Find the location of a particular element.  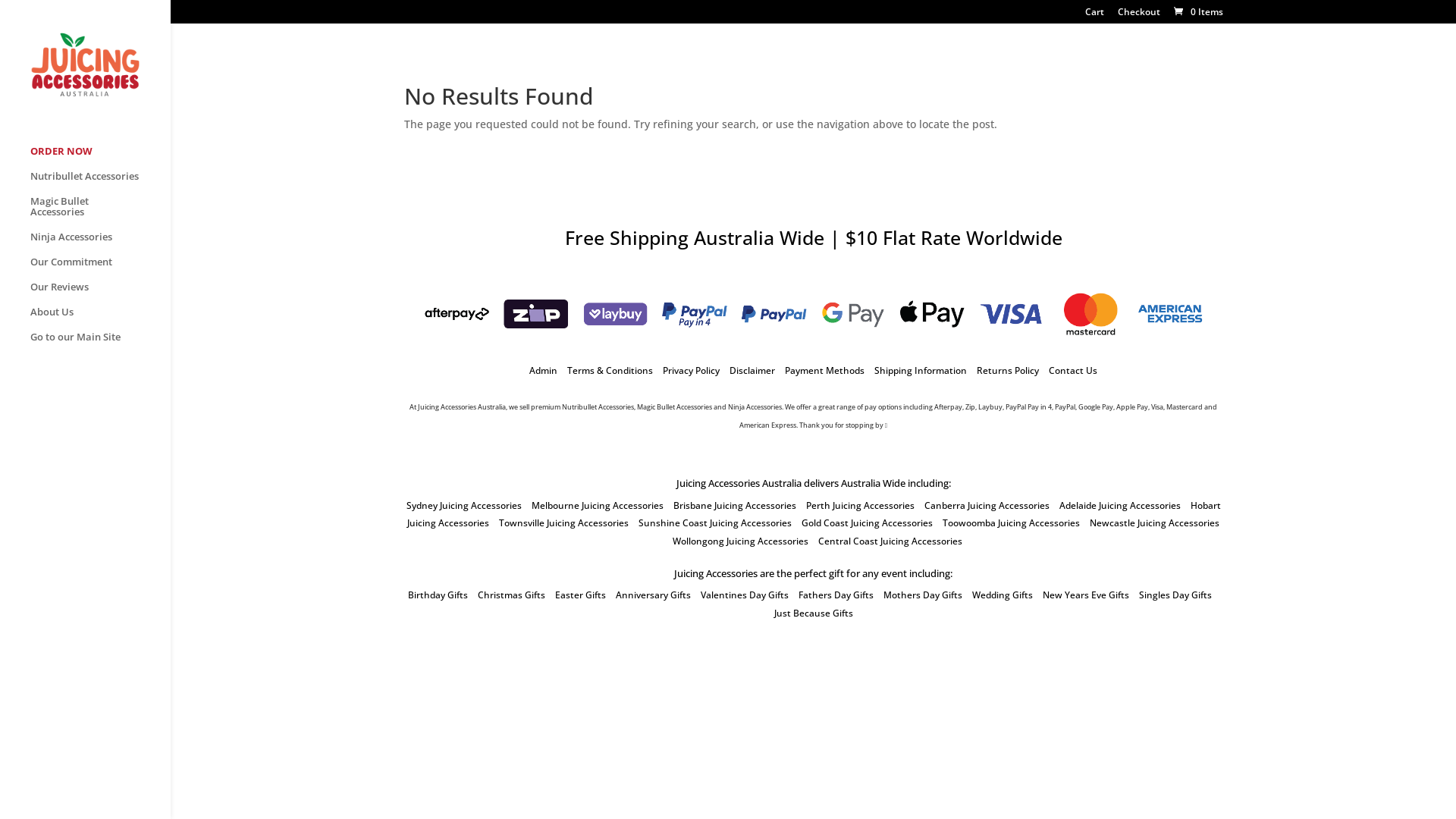

'Christmas Gifts' is located at coordinates (511, 594).